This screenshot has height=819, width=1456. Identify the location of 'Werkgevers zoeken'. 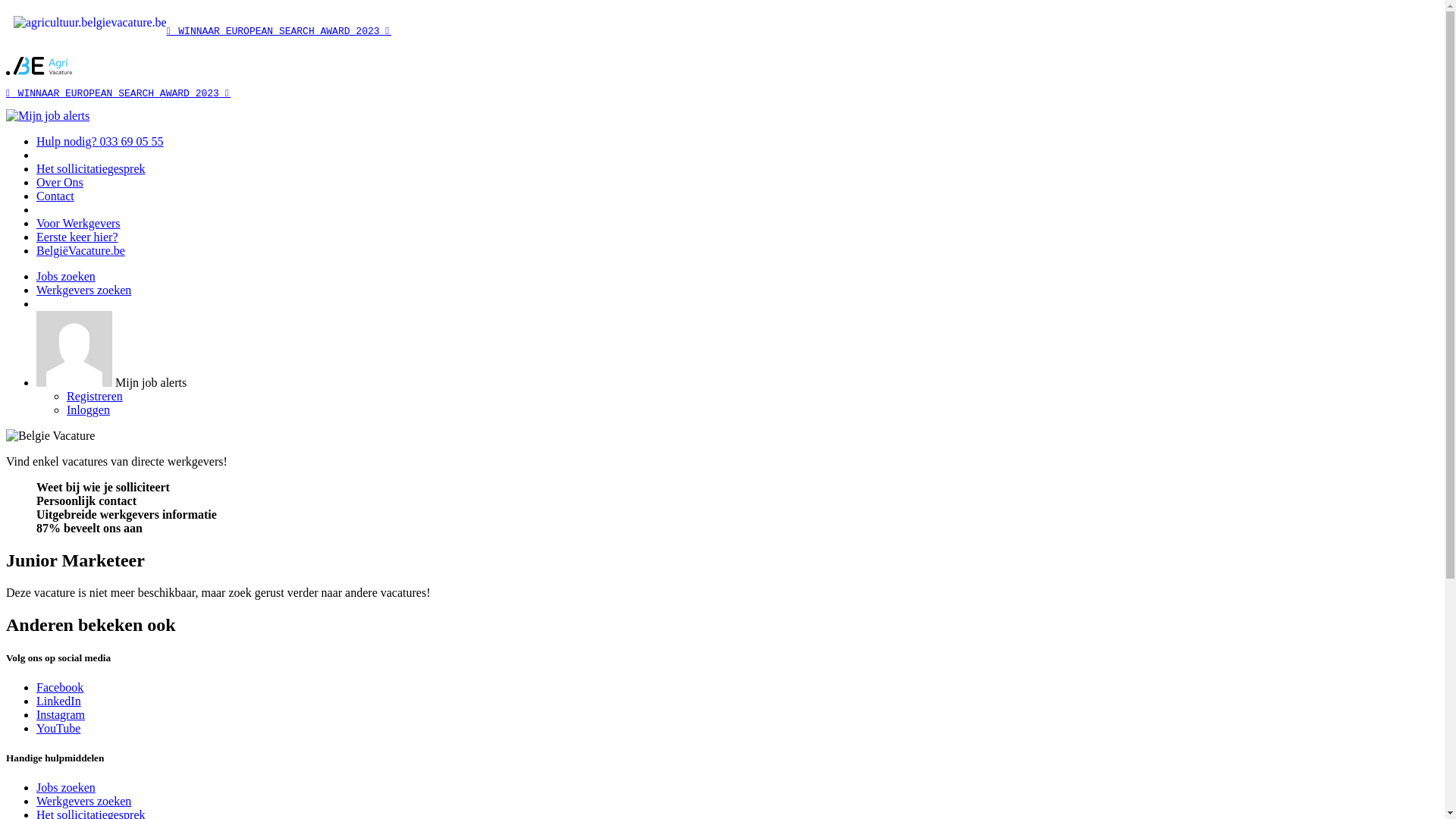
(83, 290).